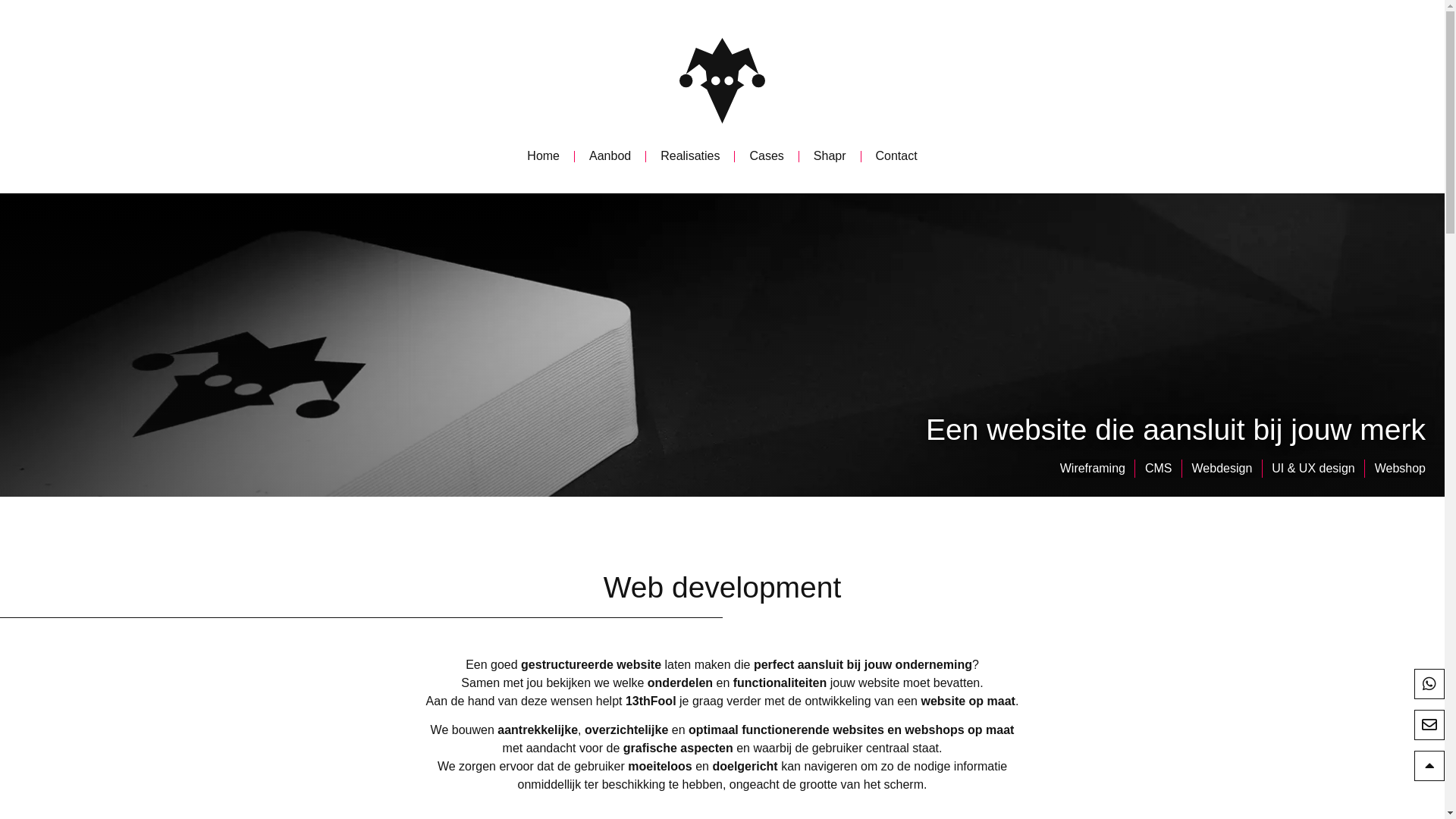 This screenshot has width=1456, height=819. What do you see at coordinates (1157, 467) in the screenshot?
I see `'CMS'` at bounding box center [1157, 467].